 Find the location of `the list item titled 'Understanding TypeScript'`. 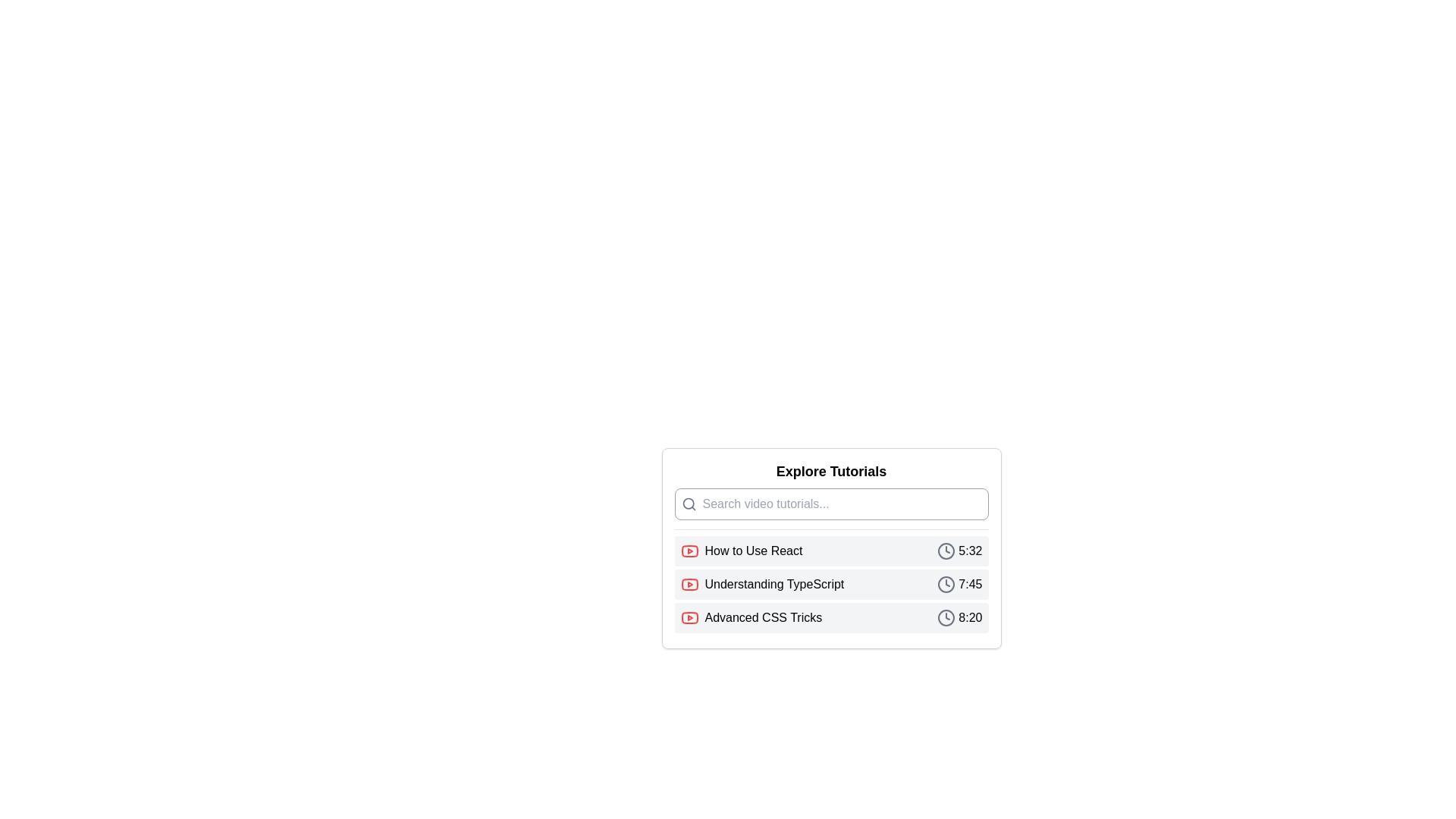

the list item titled 'Understanding TypeScript' is located at coordinates (830, 584).